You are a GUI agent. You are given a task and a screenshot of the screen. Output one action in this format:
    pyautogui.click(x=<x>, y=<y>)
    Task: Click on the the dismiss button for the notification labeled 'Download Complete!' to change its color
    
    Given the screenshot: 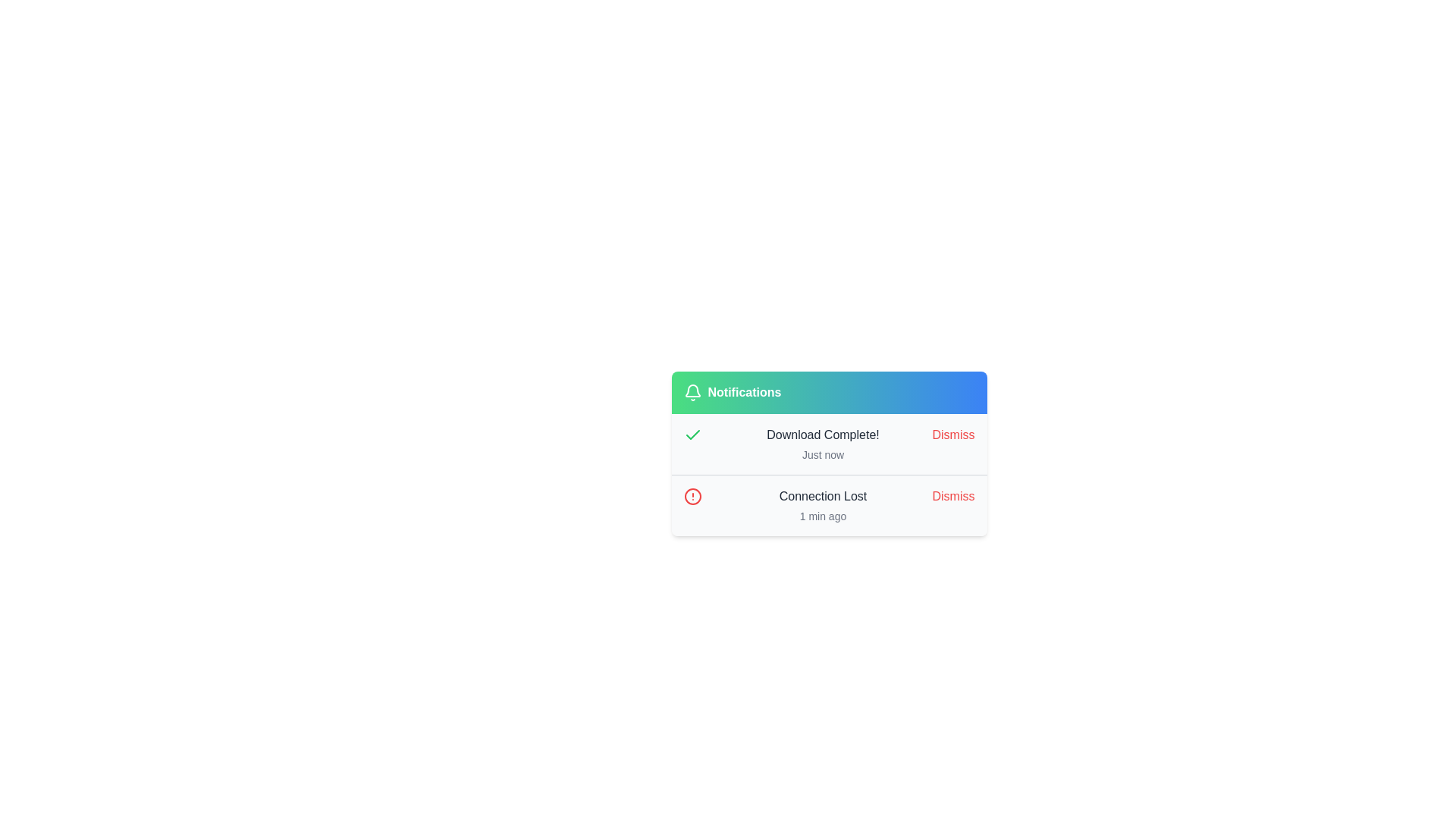 What is the action you would take?
    pyautogui.click(x=952, y=435)
    